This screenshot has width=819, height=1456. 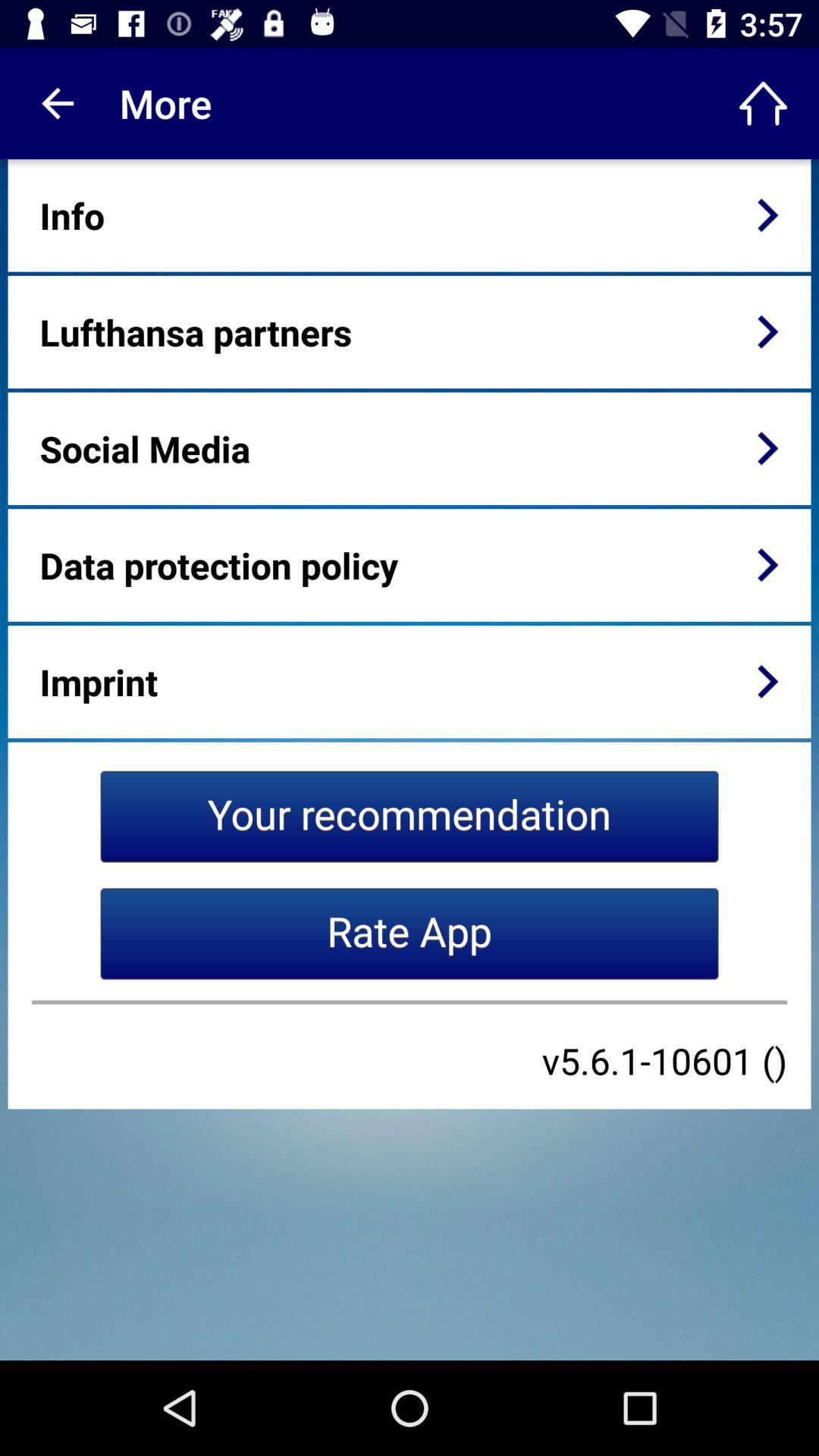 What do you see at coordinates (55, 102) in the screenshot?
I see `the icon above the info` at bounding box center [55, 102].